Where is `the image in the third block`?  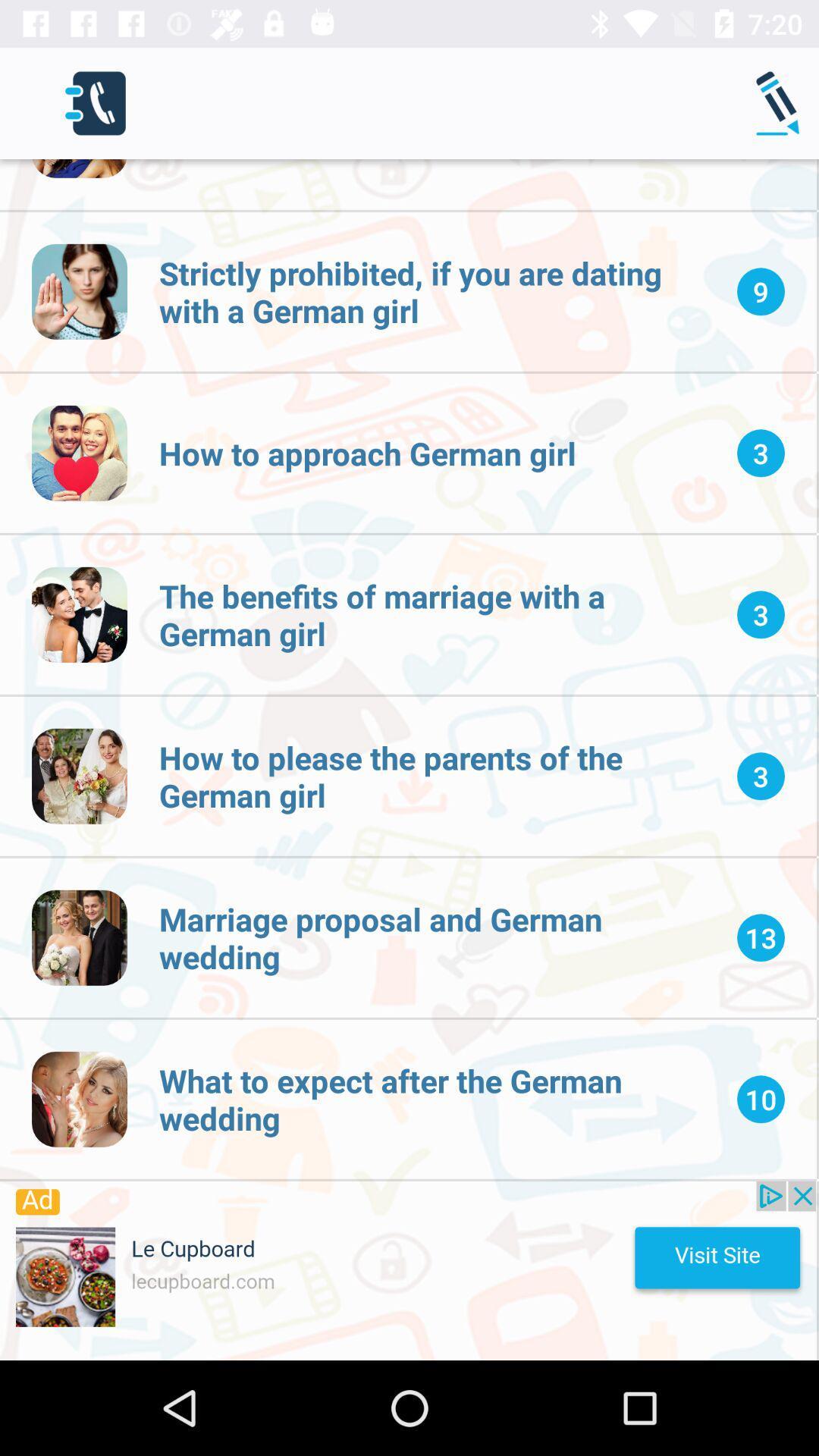 the image in the third block is located at coordinates (79, 615).